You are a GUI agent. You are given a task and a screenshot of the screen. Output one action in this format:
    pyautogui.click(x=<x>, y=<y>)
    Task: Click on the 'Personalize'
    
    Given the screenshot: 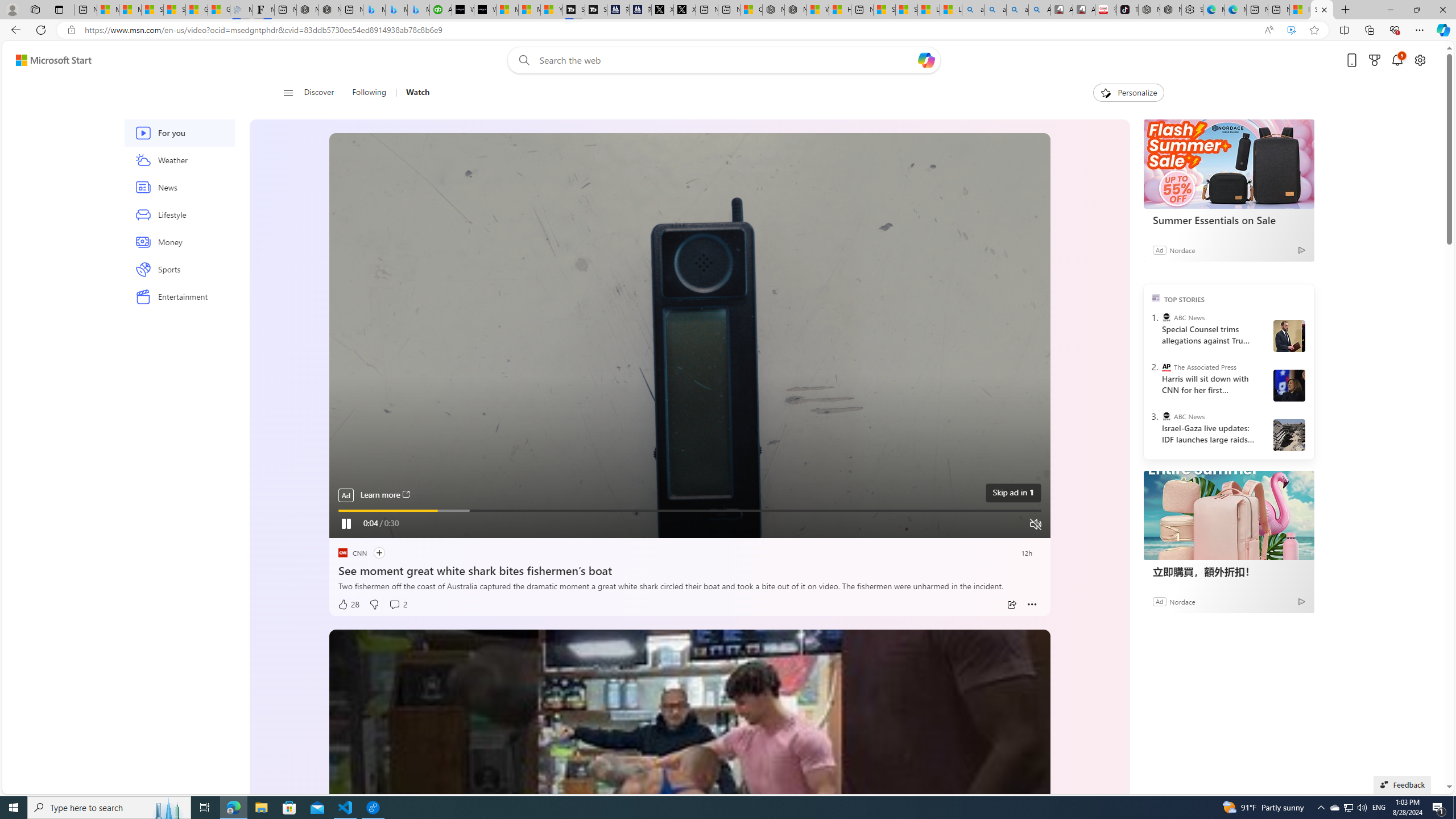 What is the action you would take?
    pyautogui.click(x=1128, y=92)
    